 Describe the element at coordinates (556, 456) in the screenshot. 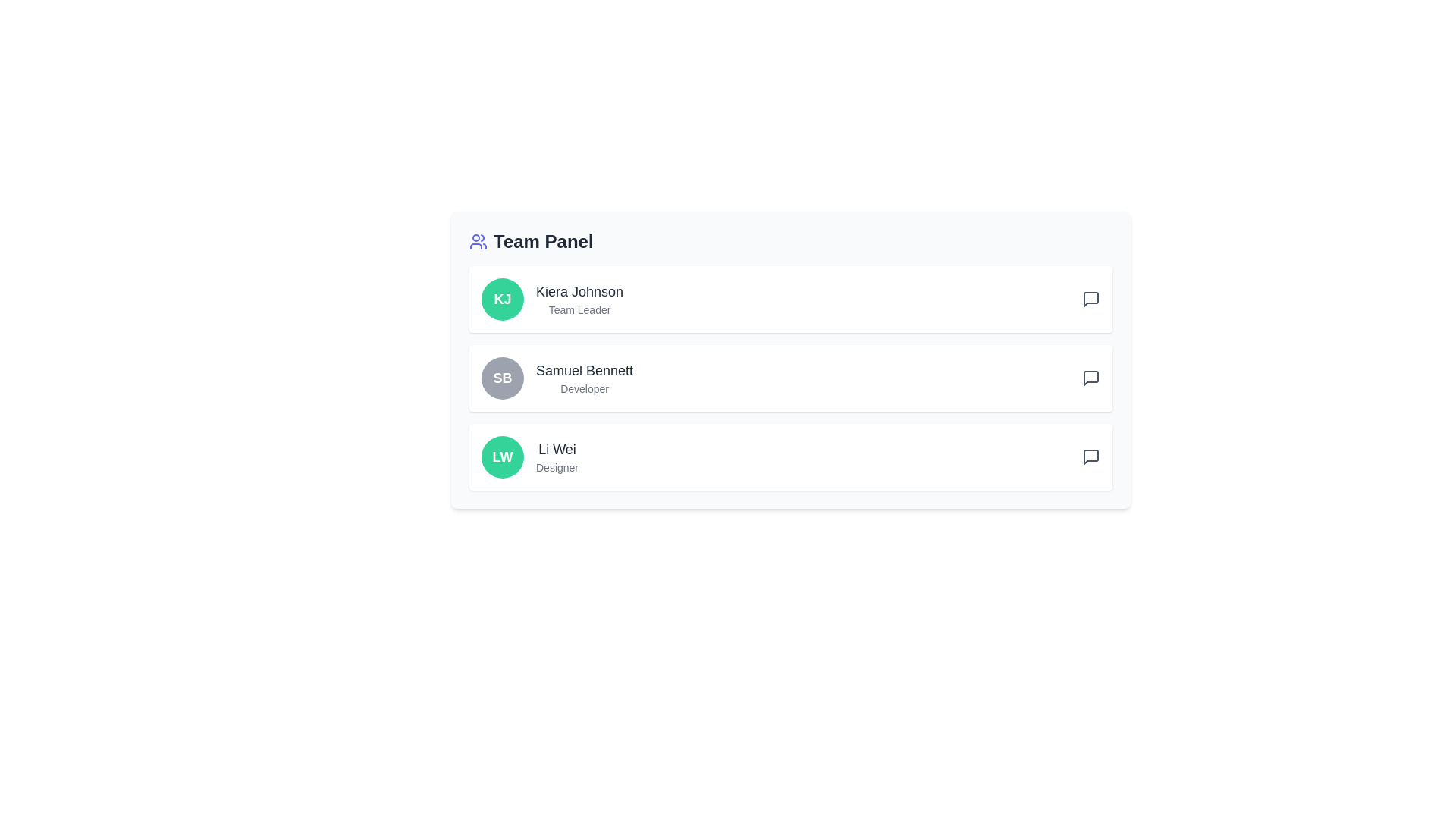

I see `the text label displaying 'Li Wei', the Designer role, located in the third row of the Team Panel, to the right of the avatar 'LW'` at that location.